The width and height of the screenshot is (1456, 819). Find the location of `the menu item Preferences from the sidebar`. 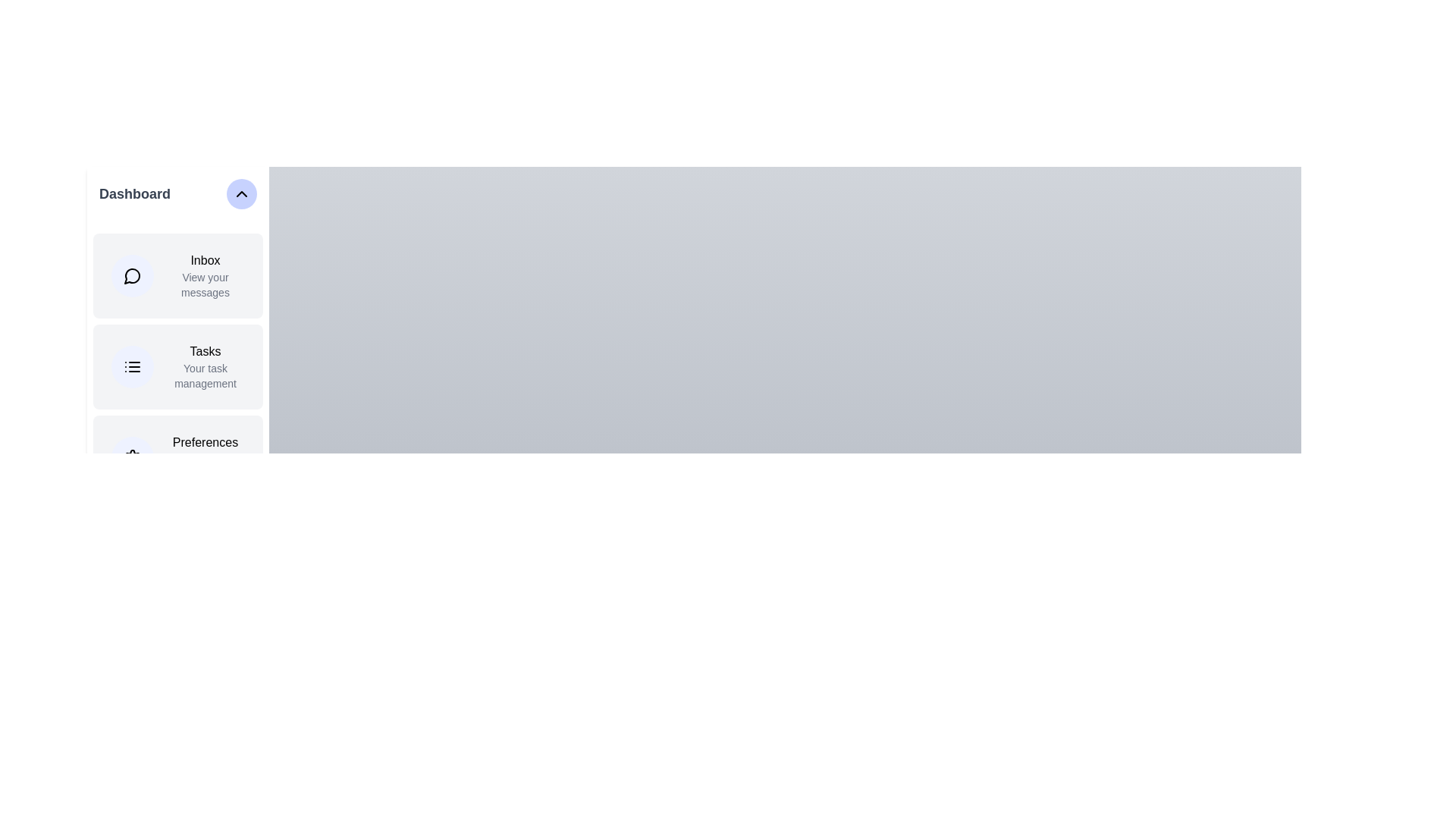

the menu item Preferences from the sidebar is located at coordinates (178, 457).